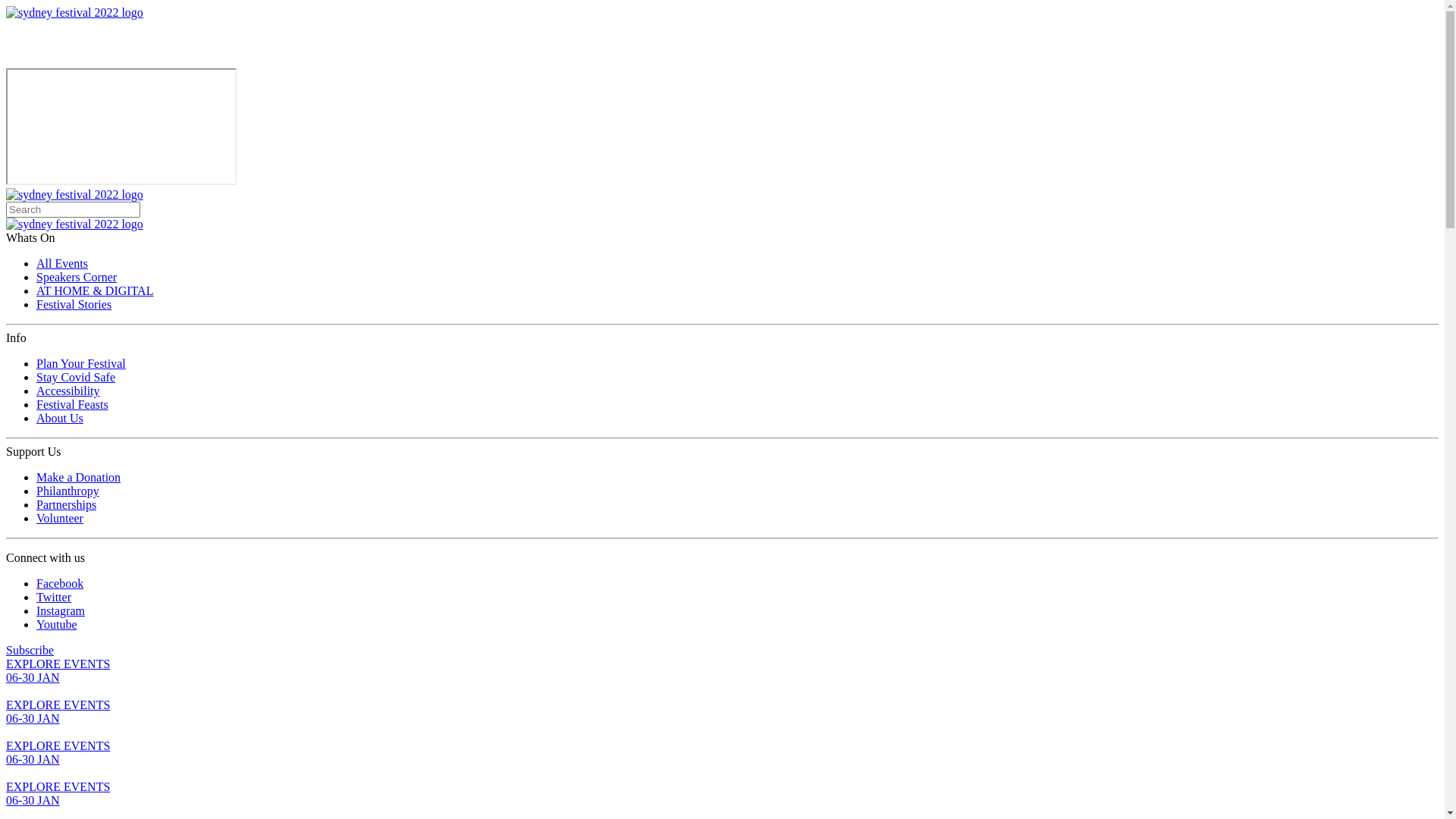 The height and width of the screenshot is (819, 1456). What do you see at coordinates (59, 418) in the screenshot?
I see `'About Us'` at bounding box center [59, 418].